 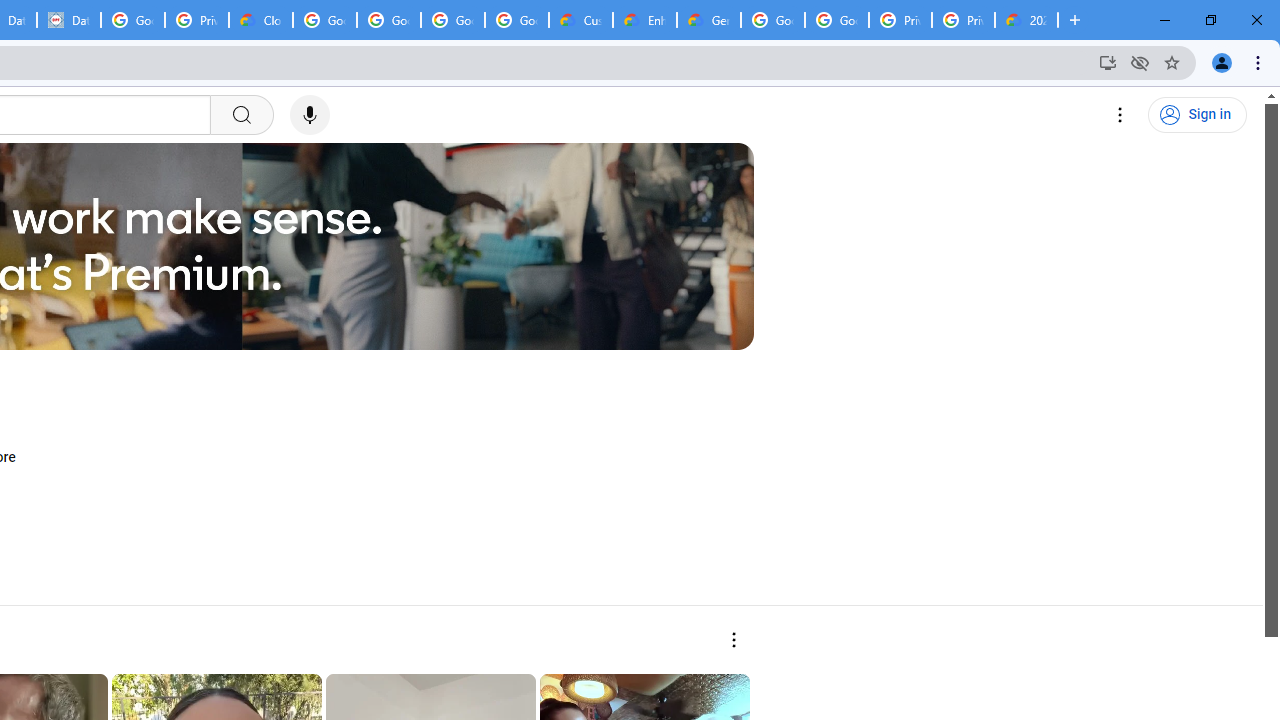 I want to click on 'Gemini for Business and Developers | Google Cloud', so click(x=709, y=20).